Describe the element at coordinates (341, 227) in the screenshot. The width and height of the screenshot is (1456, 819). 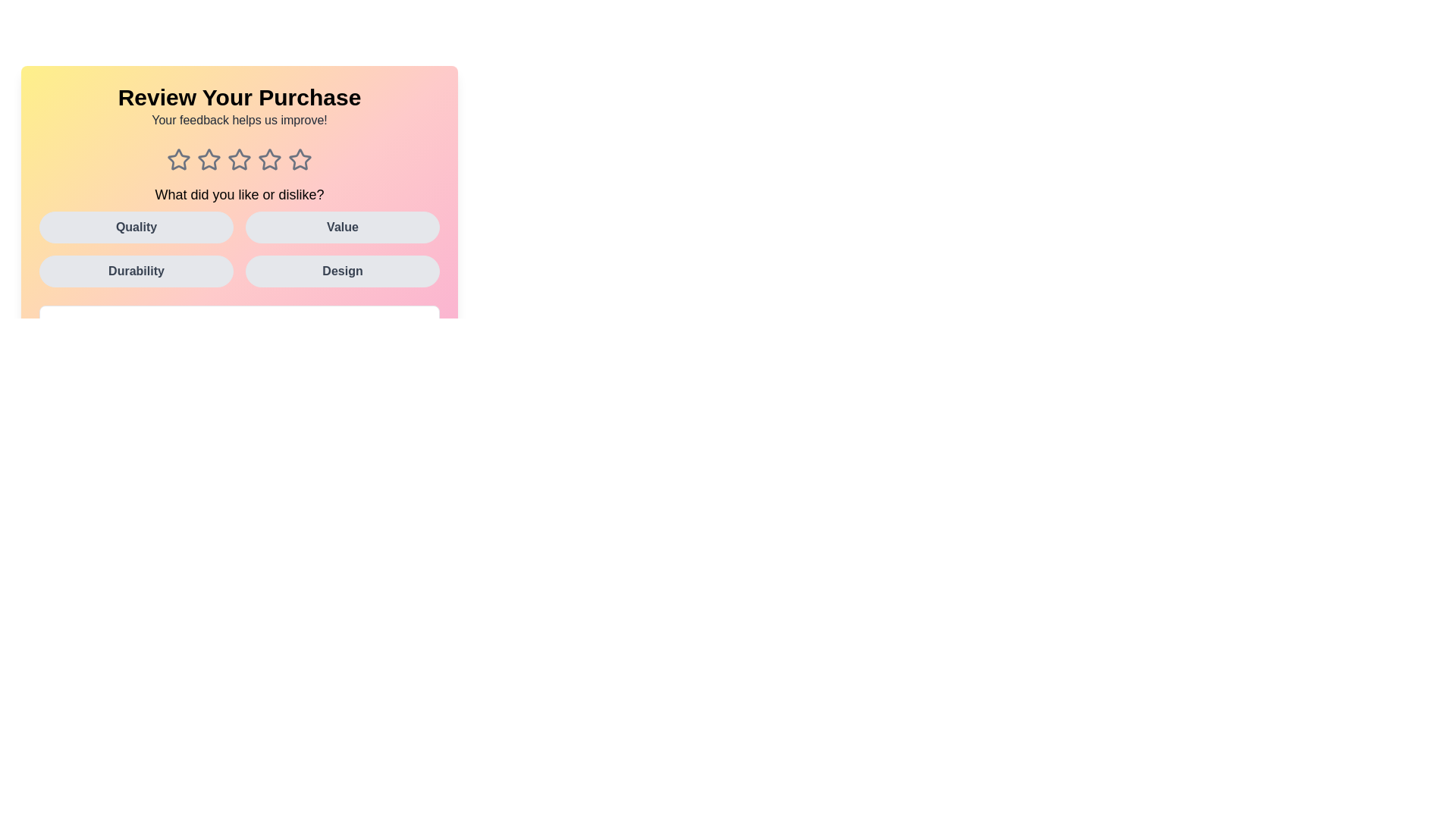
I see `the 'Value' button in the feedback interface` at that location.